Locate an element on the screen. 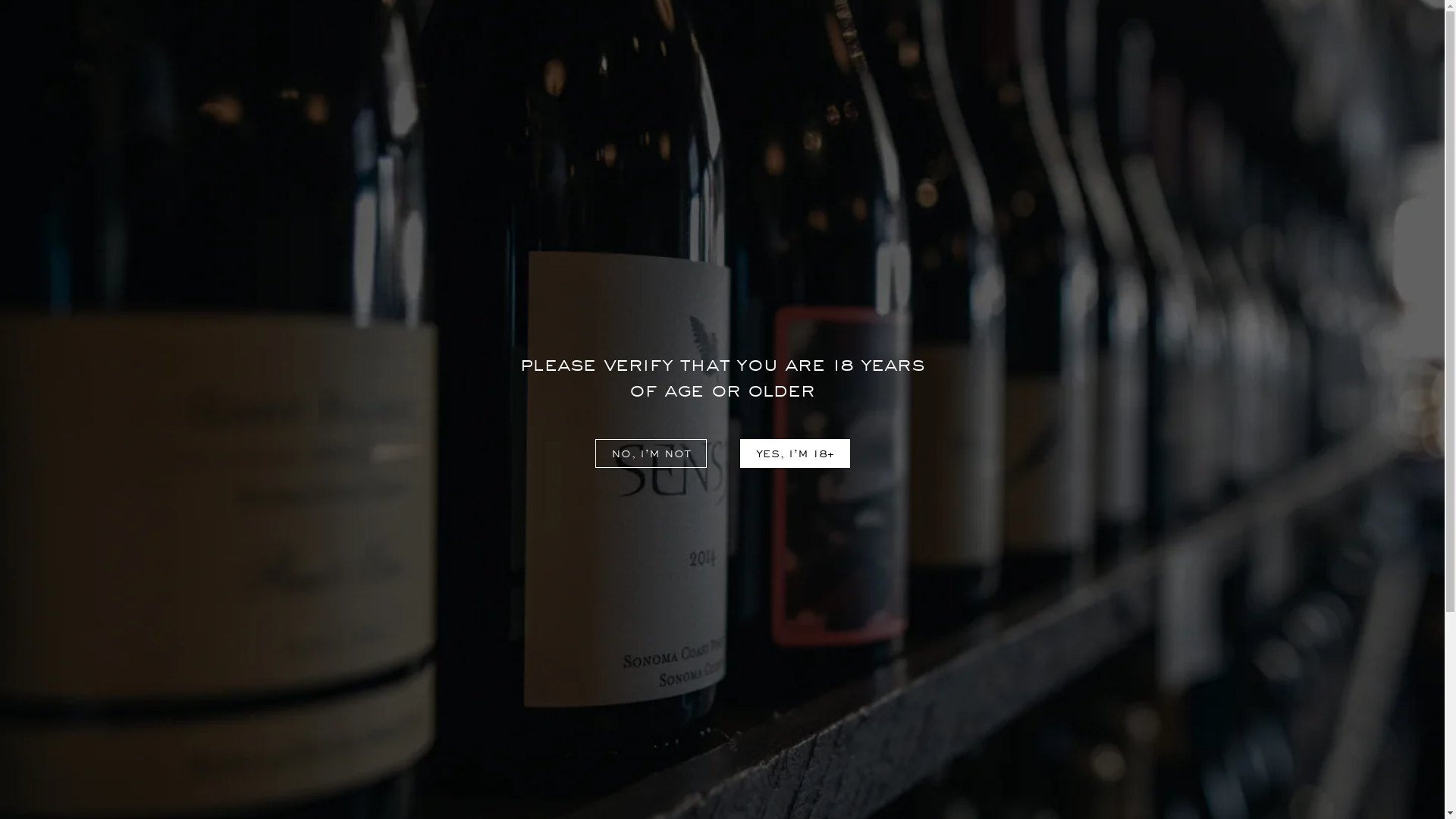  'About' is located at coordinates (124, 48).